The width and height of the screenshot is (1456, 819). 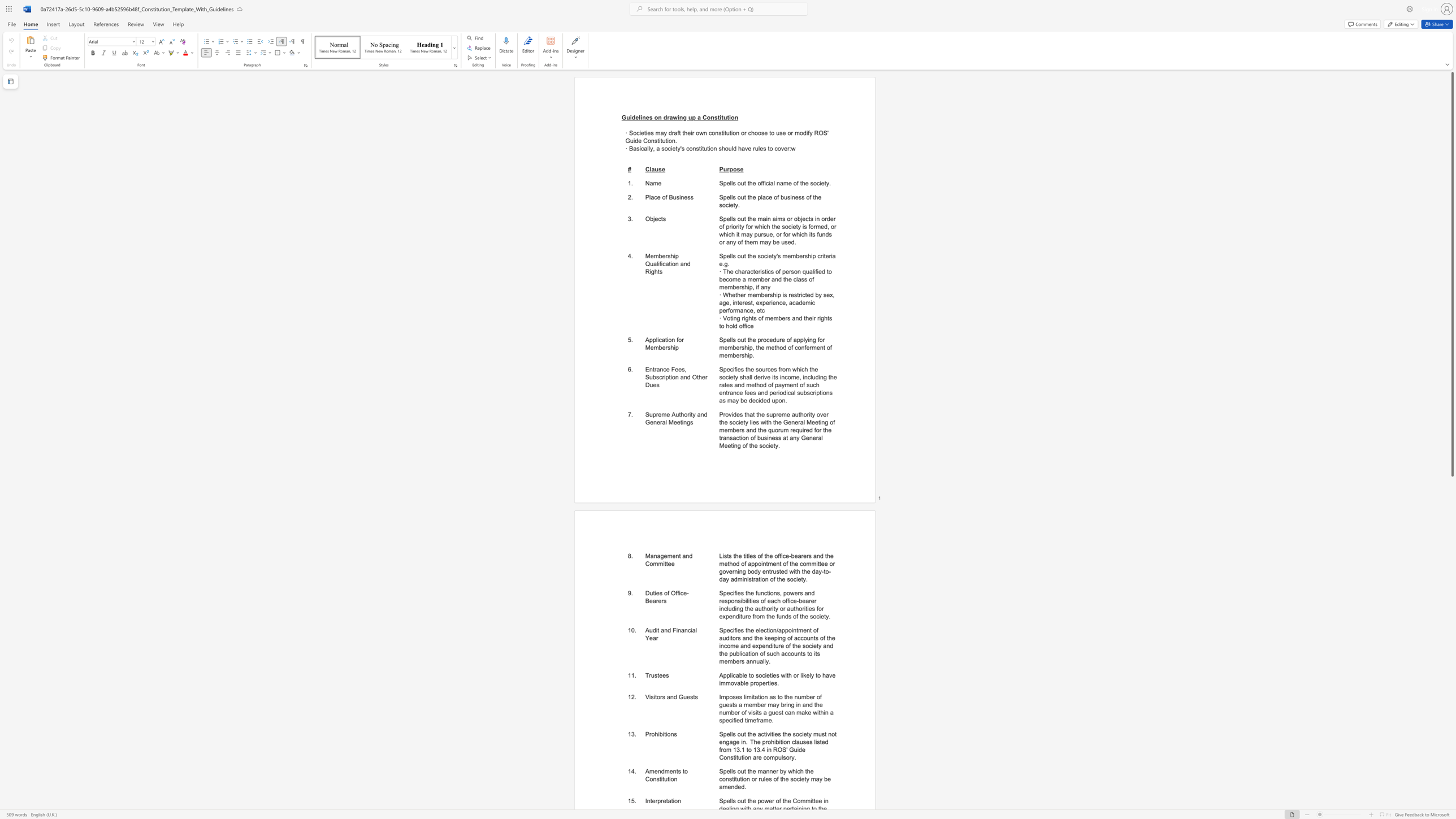 I want to click on the space between the continuous character "u" and "s" in the text, so click(x=676, y=197).